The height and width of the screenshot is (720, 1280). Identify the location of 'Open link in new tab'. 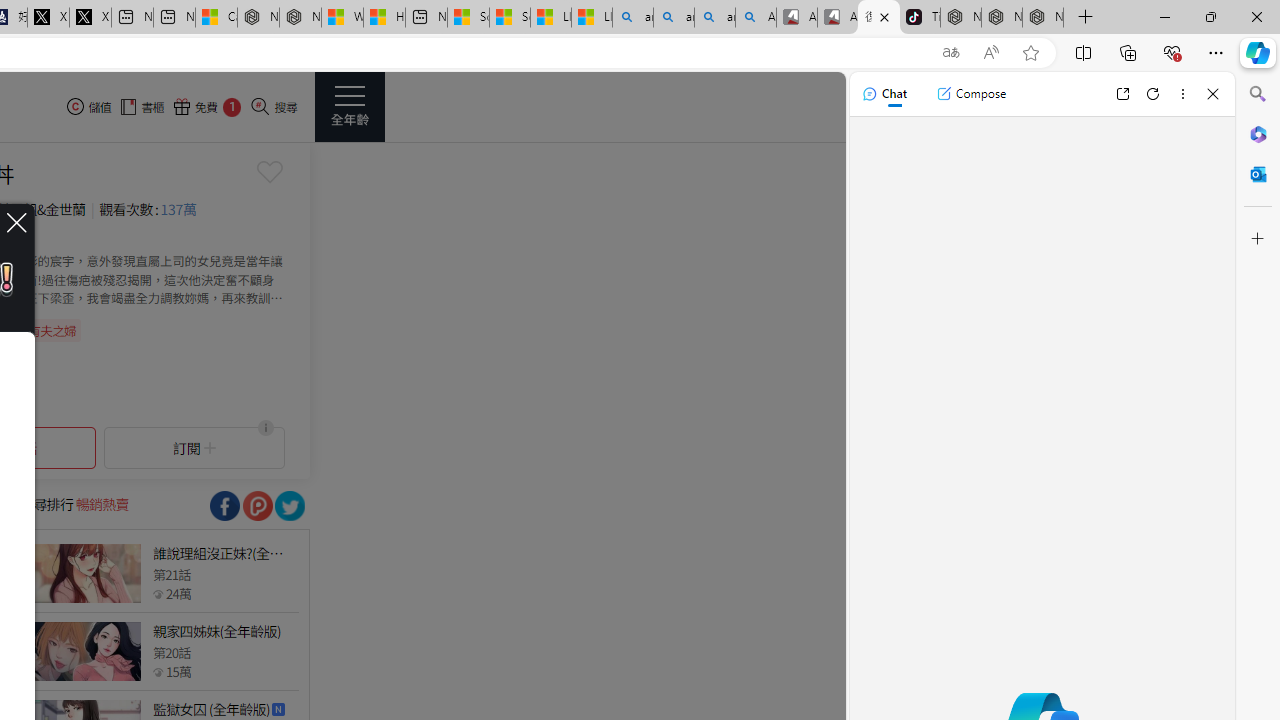
(1122, 93).